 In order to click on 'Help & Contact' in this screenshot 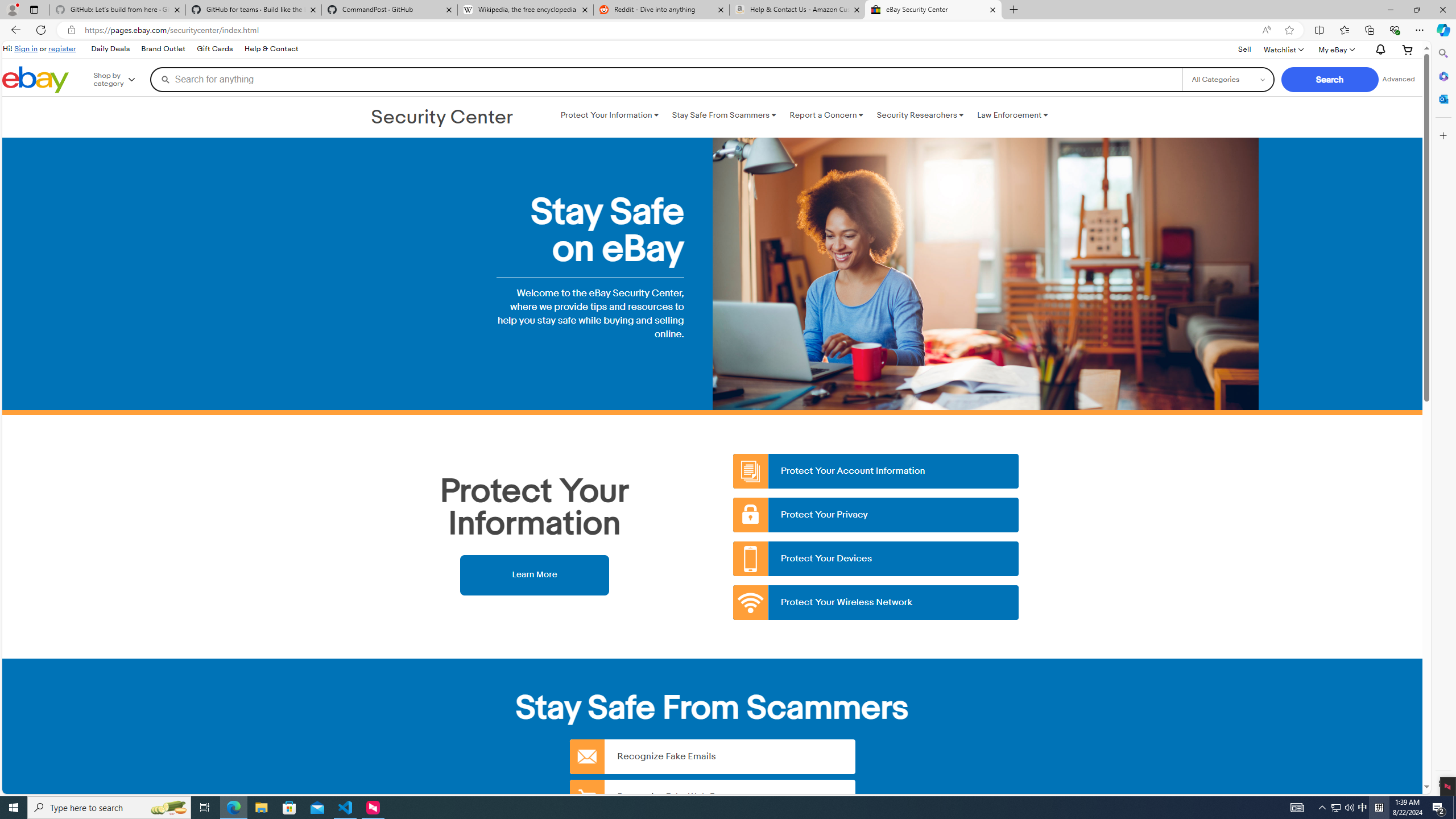, I will do `click(271, 49)`.